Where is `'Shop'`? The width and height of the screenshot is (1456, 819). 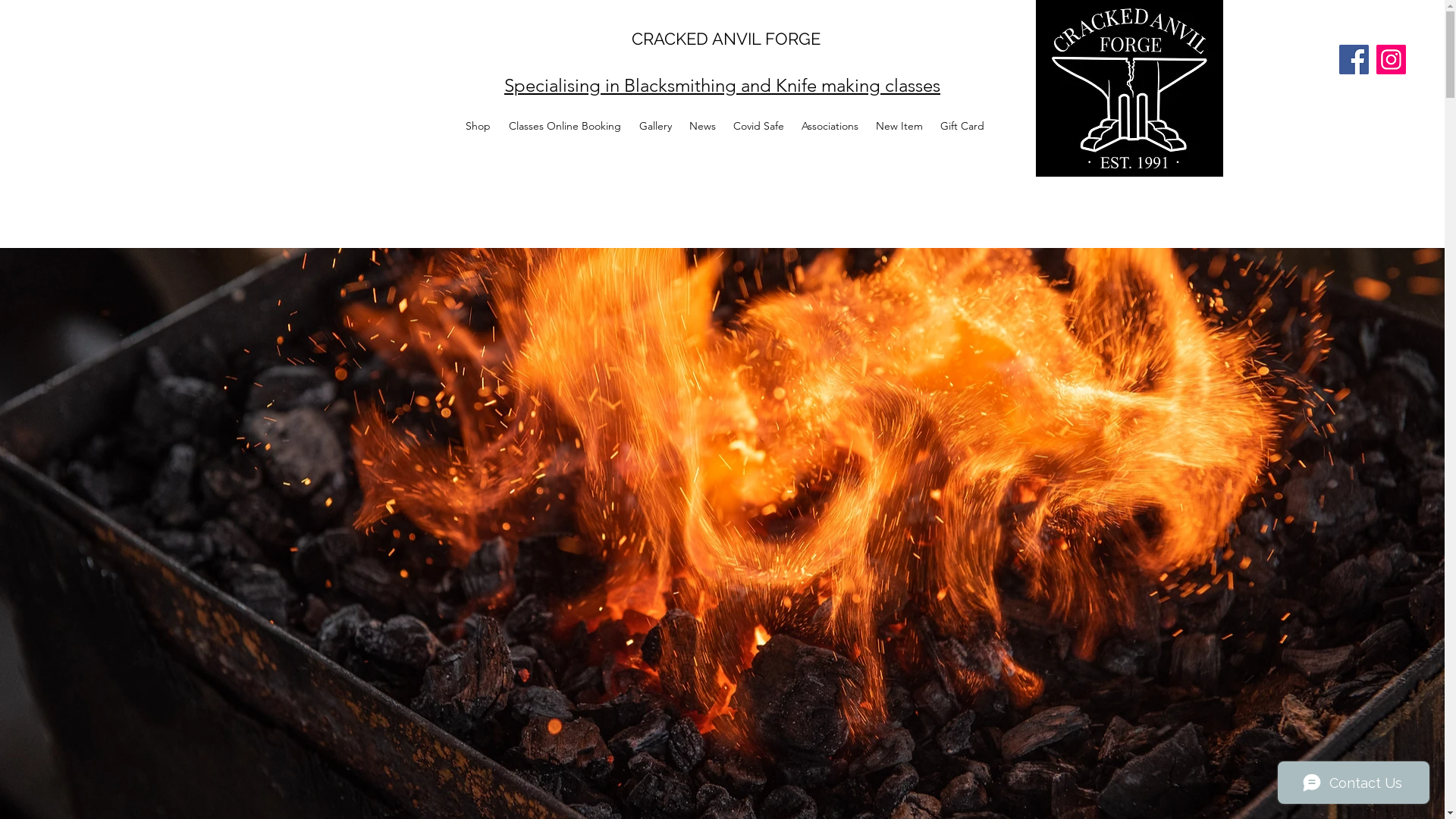 'Shop' is located at coordinates (455, 124).